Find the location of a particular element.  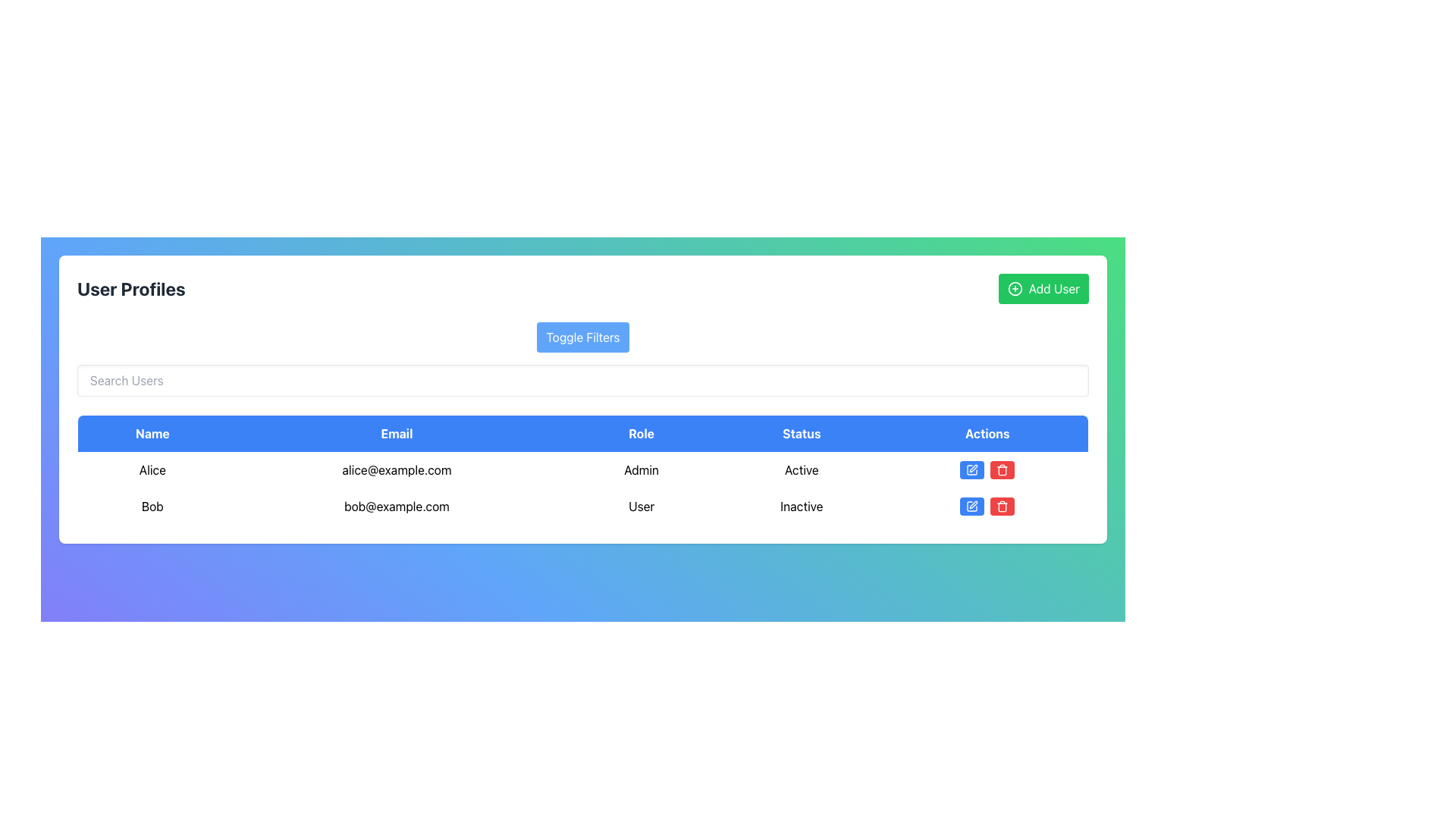

the red button with a white trash can icon, located to the right of the blue 'Edit' button in the 'Actions' section is located at coordinates (1003, 469).